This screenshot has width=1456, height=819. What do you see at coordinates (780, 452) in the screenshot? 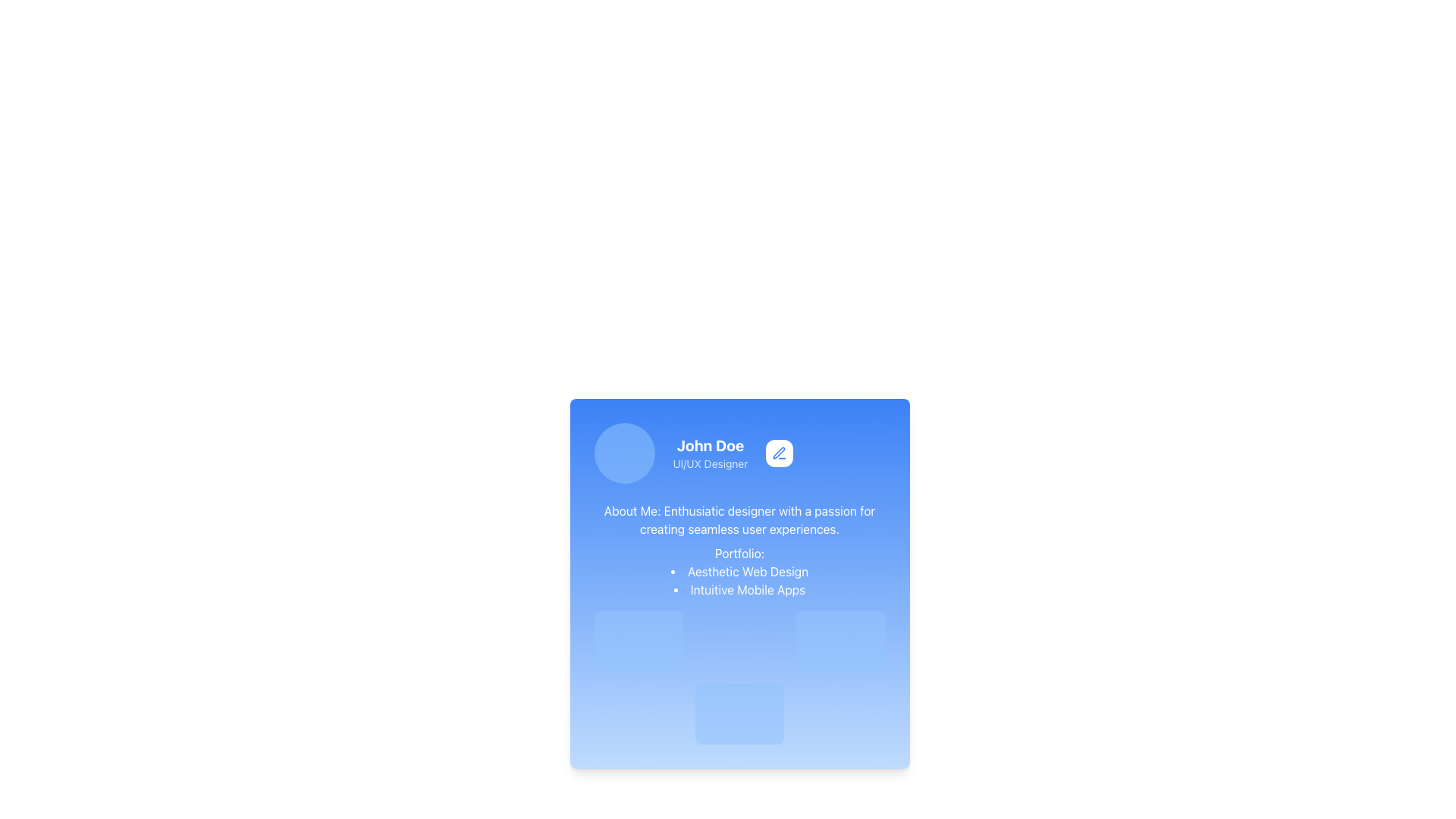
I see `the interactive button located immediately to the right of the texts 'John Doe' and 'UI/UX Designer'` at bounding box center [780, 452].